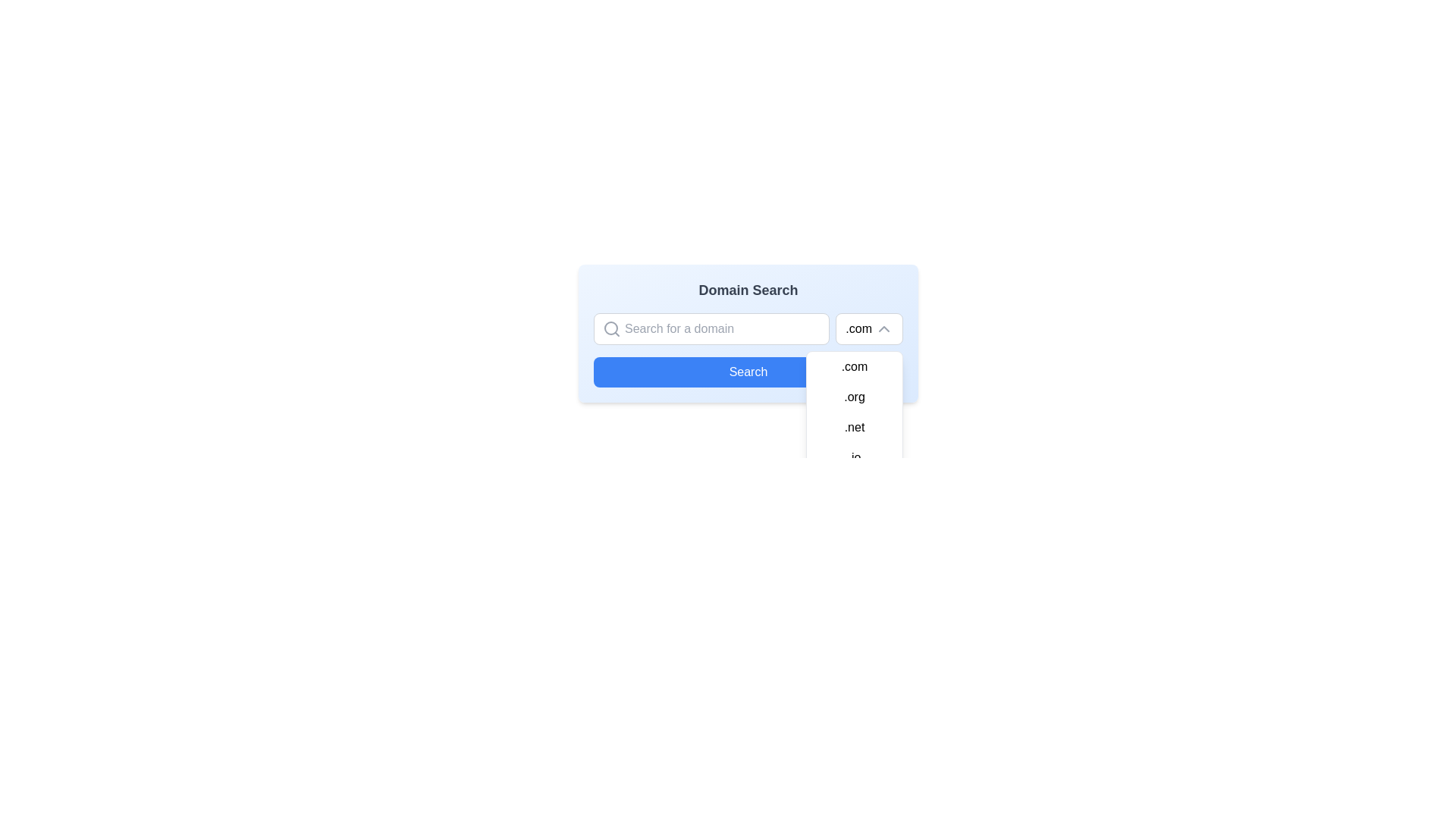  I want to click on the submission button located below the input field and dropdown for the domain search functionality to initiate the search process, so click(748, 372).